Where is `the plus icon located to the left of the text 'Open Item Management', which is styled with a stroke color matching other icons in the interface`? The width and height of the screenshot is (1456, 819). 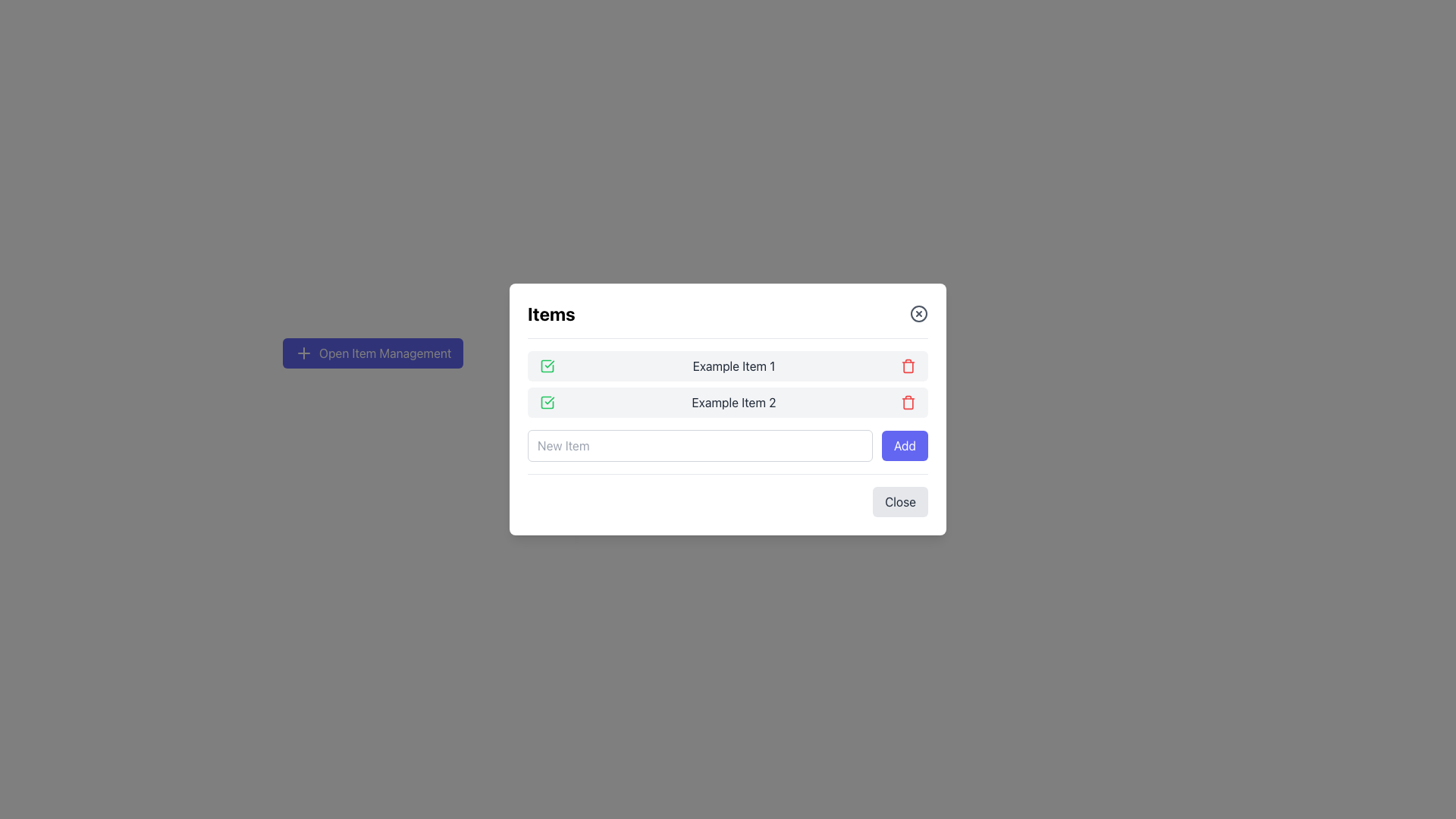 the plus icon located to the left of the text 'Open Item Management', which is styled with a stroke color matching other icons in the interface is located at coordinates (303, 353).